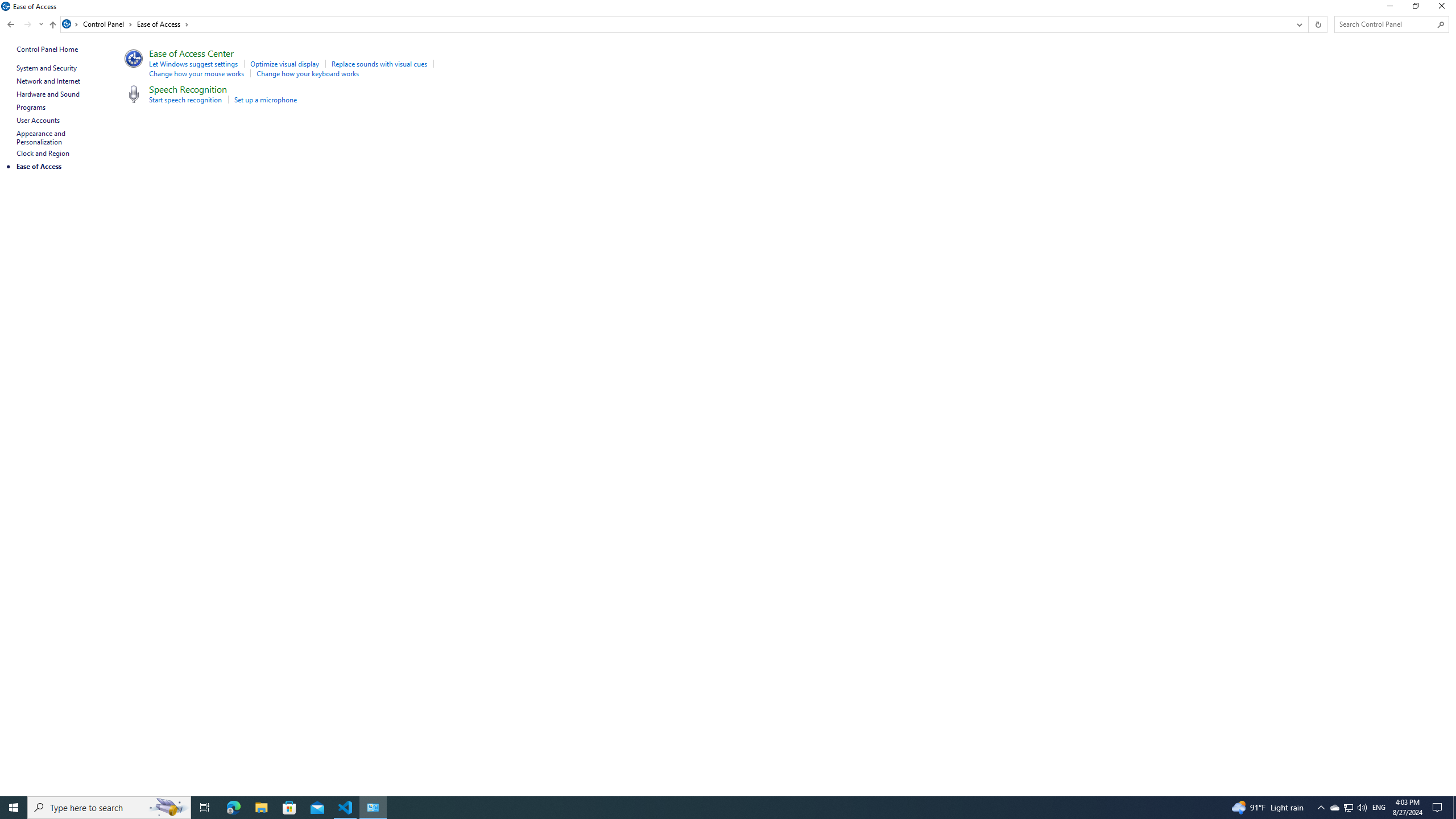  What do you see at coordinates (132, 93) in the screenshot?
I see `'Icon'` at bounding box center [132, 93].